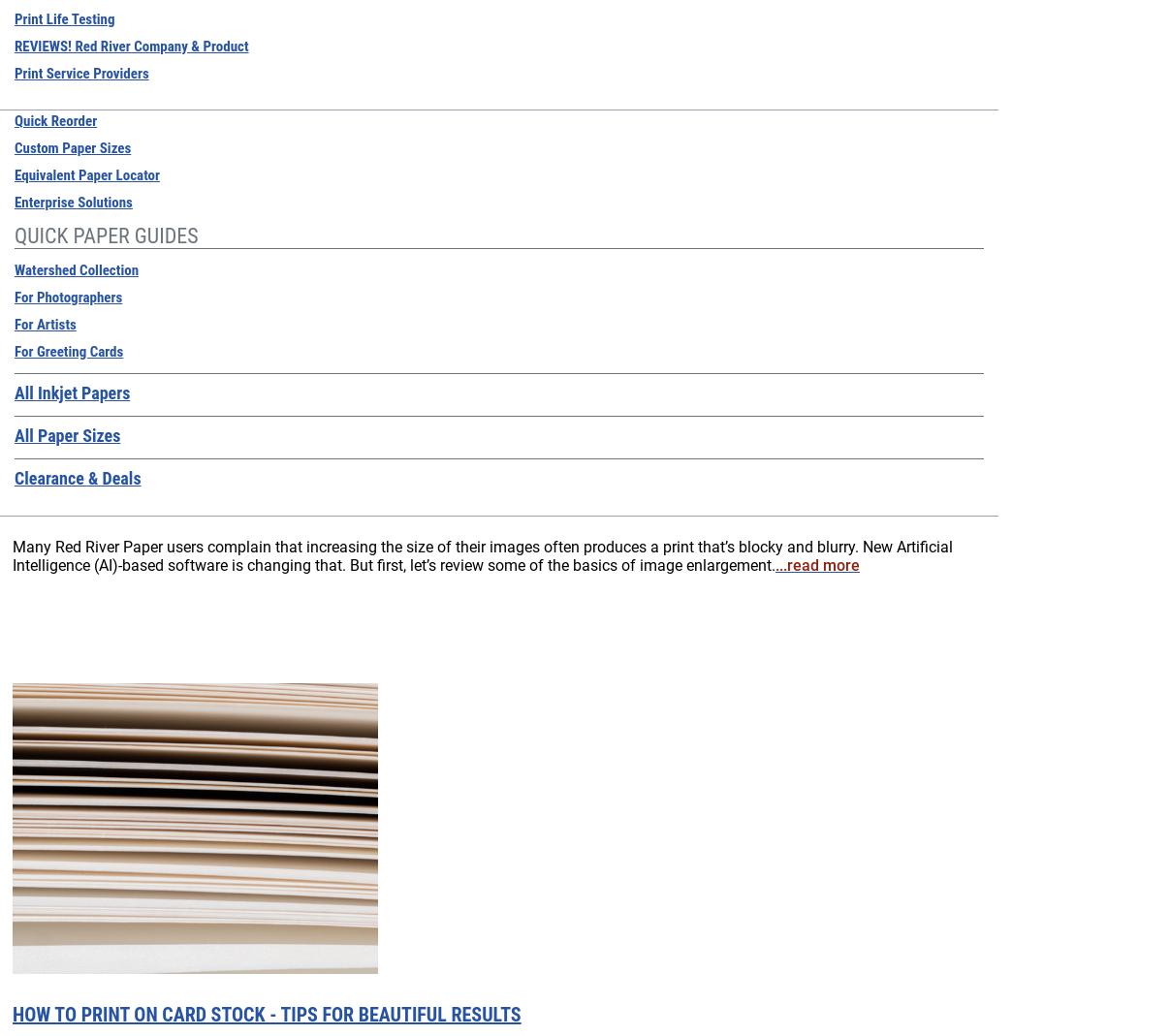 Image resolution: width=1171 pixels, height=1036 pixels. I want to click on 'Equivalent Paper Locator', so click(85, 174).